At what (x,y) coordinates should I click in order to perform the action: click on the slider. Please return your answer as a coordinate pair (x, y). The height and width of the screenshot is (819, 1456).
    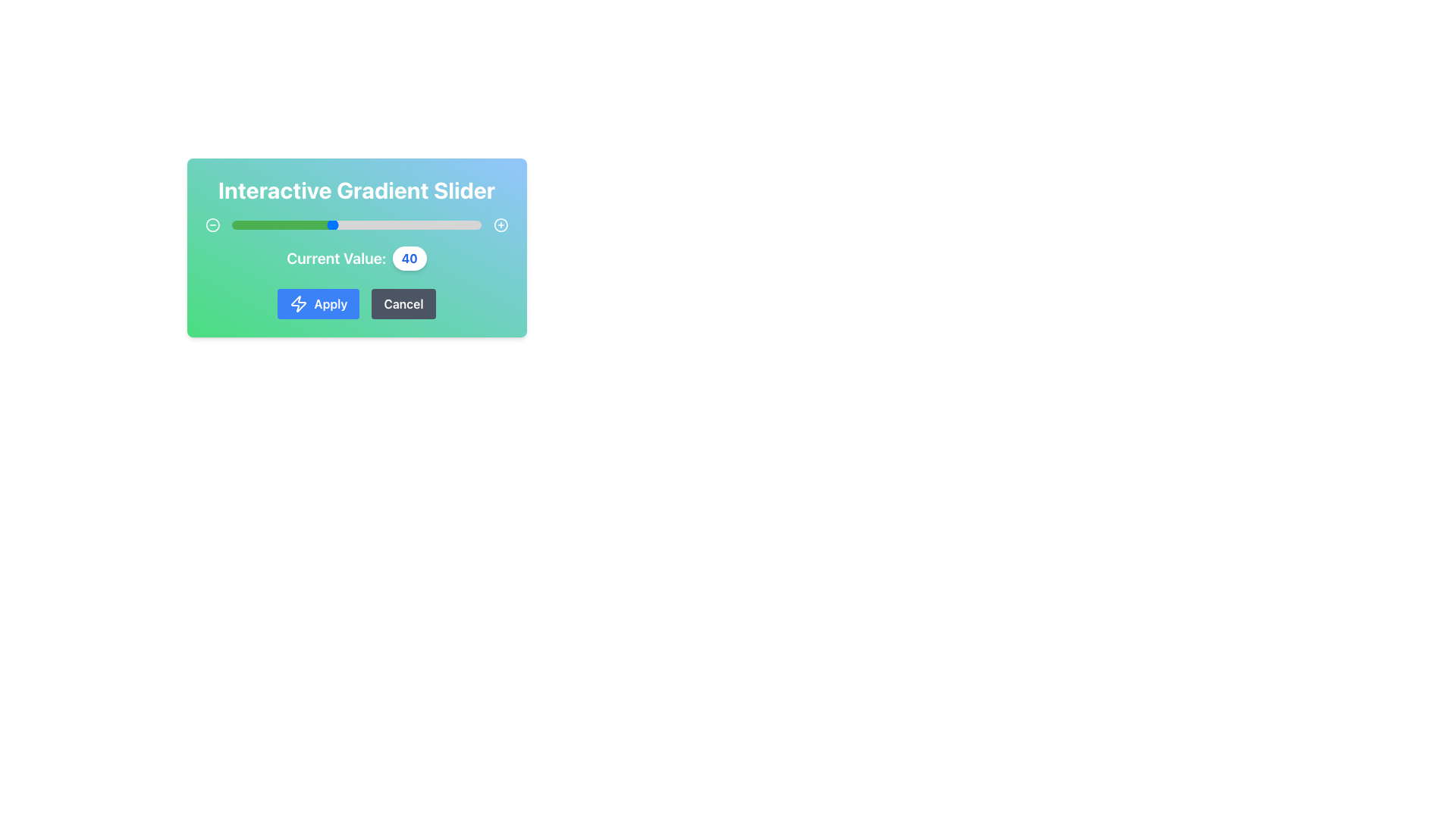
    Looking at the image, I should click on (376, 225).